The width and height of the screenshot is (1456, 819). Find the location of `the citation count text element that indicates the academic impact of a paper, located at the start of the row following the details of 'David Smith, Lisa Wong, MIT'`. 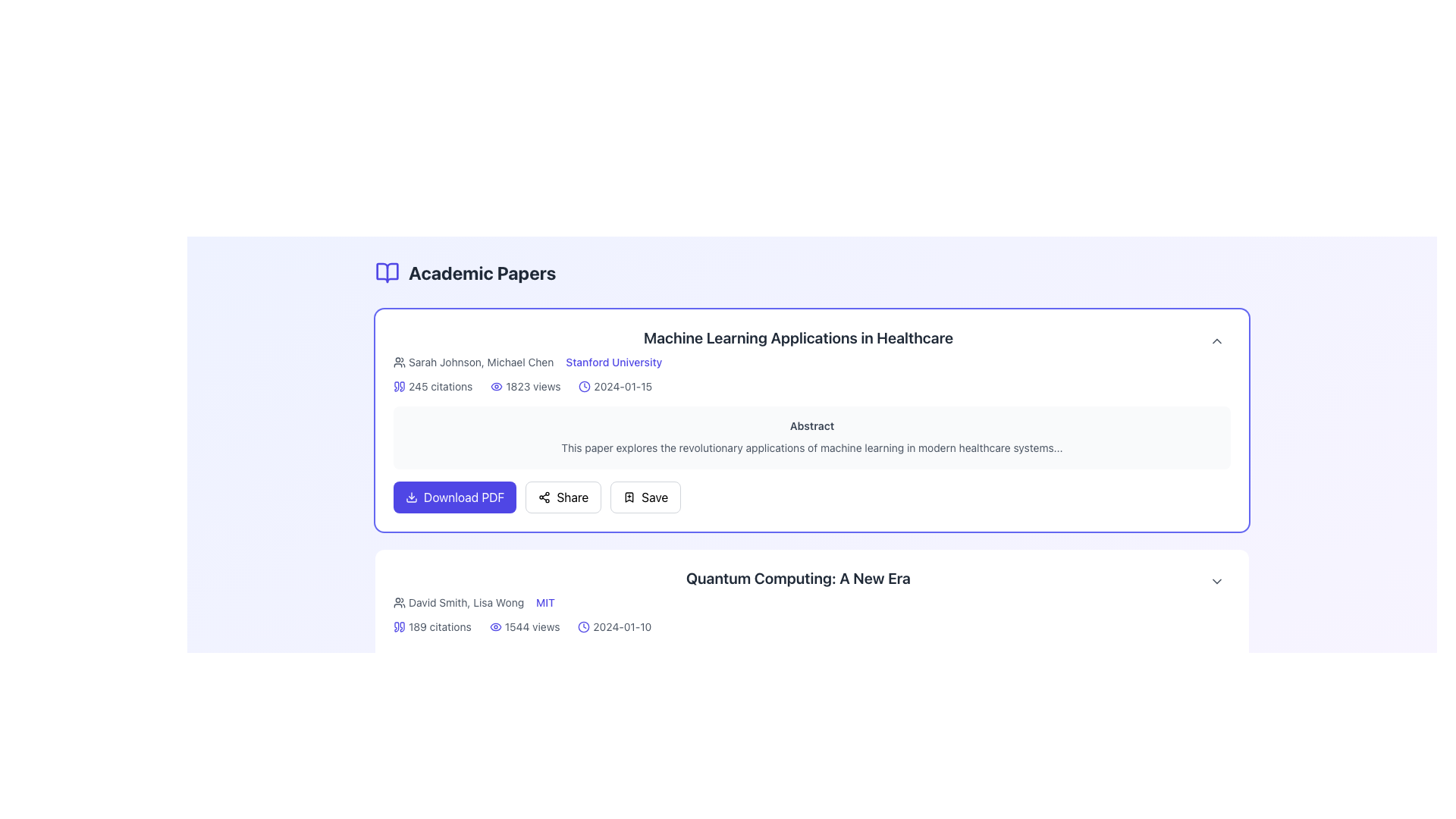

the citation count text element that indicates the academic impact of a paper, located at the start of the row following the details of 'David Smith, Lisa Wong, MIT' is located at coordinates (431, 626).